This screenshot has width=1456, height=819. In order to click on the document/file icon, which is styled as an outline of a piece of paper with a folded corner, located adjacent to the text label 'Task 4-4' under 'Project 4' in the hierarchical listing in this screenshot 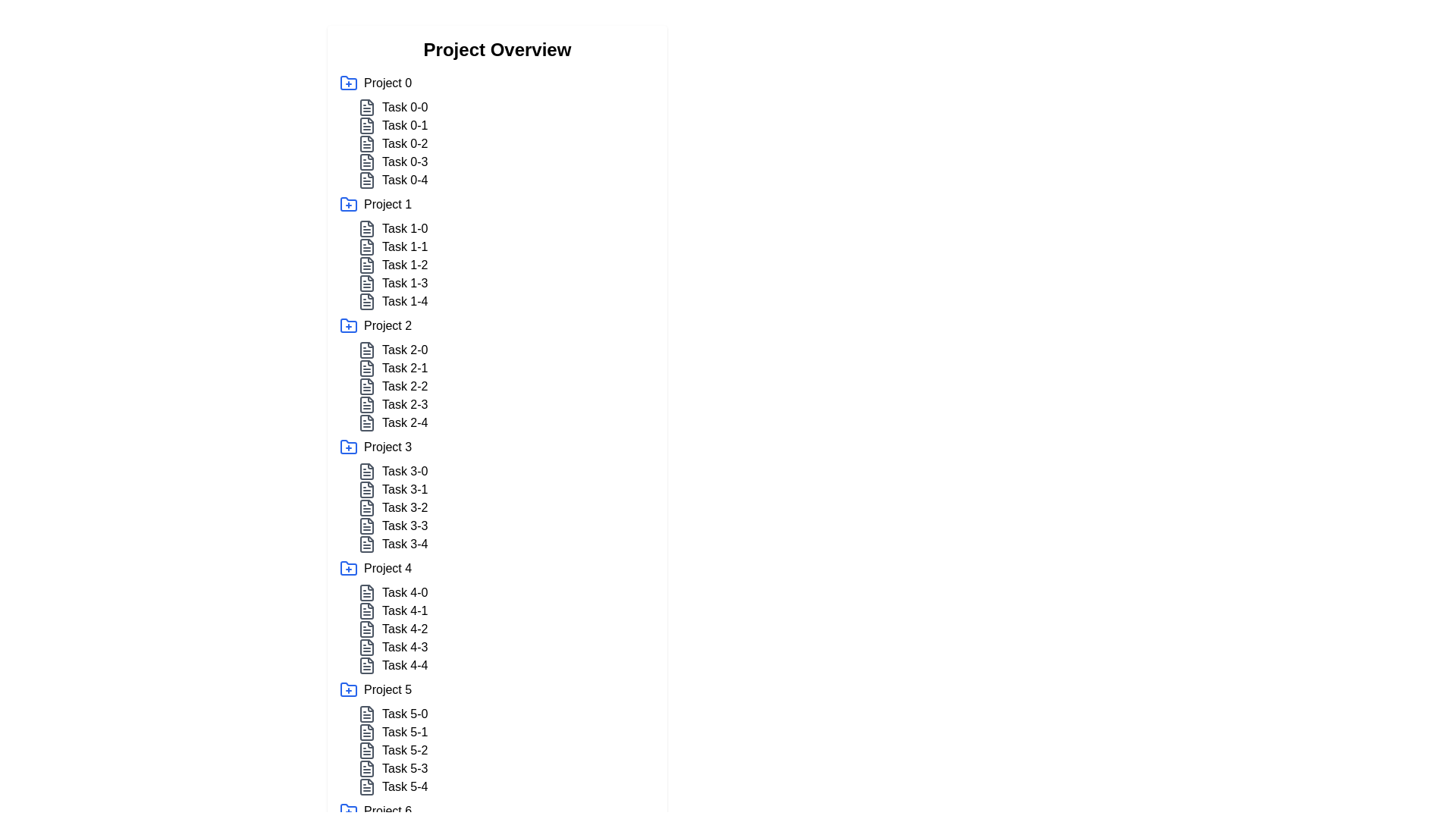, I will do `click(367, 665)`.